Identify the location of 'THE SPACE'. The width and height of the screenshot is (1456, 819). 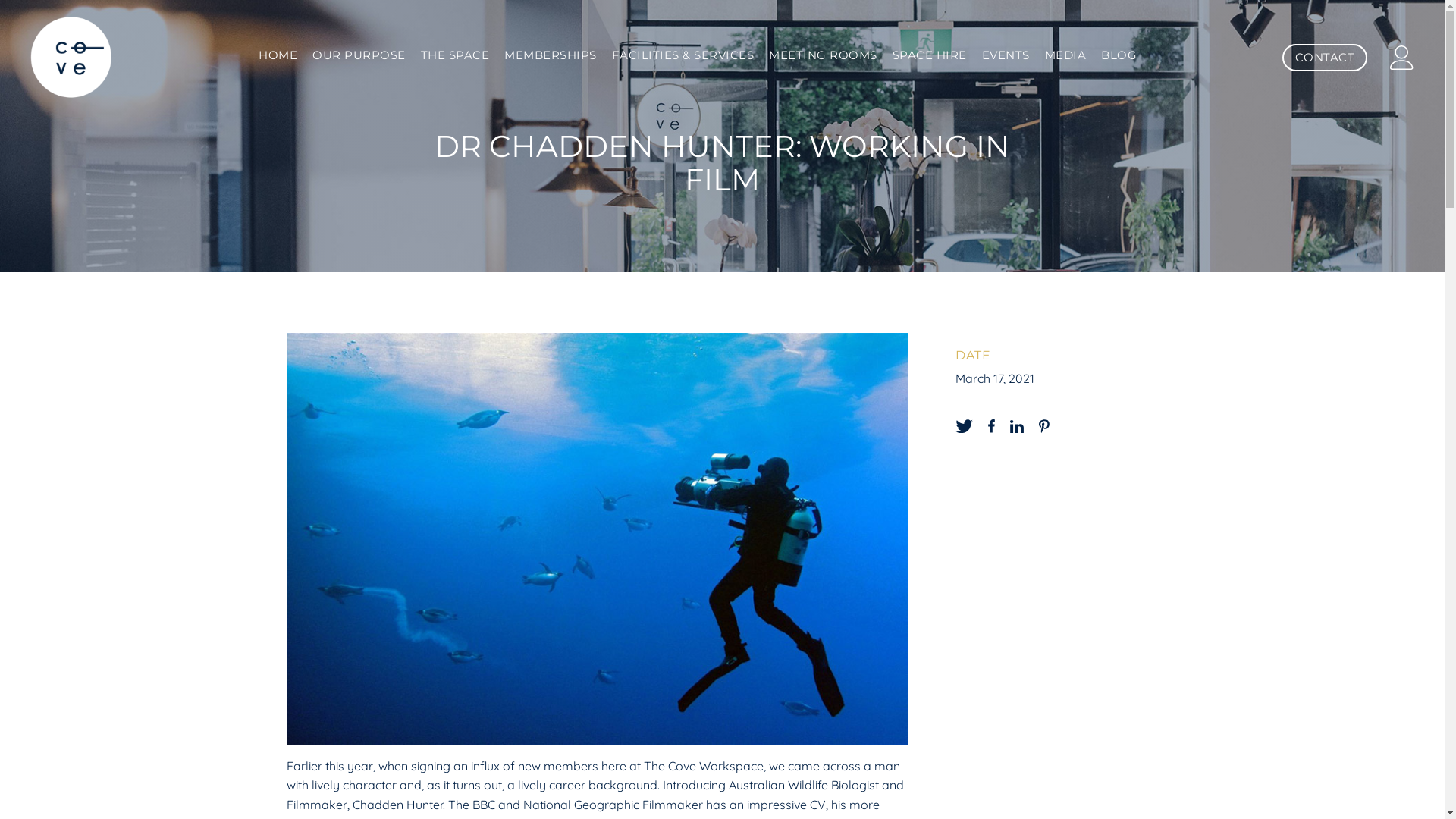
(454, 55).